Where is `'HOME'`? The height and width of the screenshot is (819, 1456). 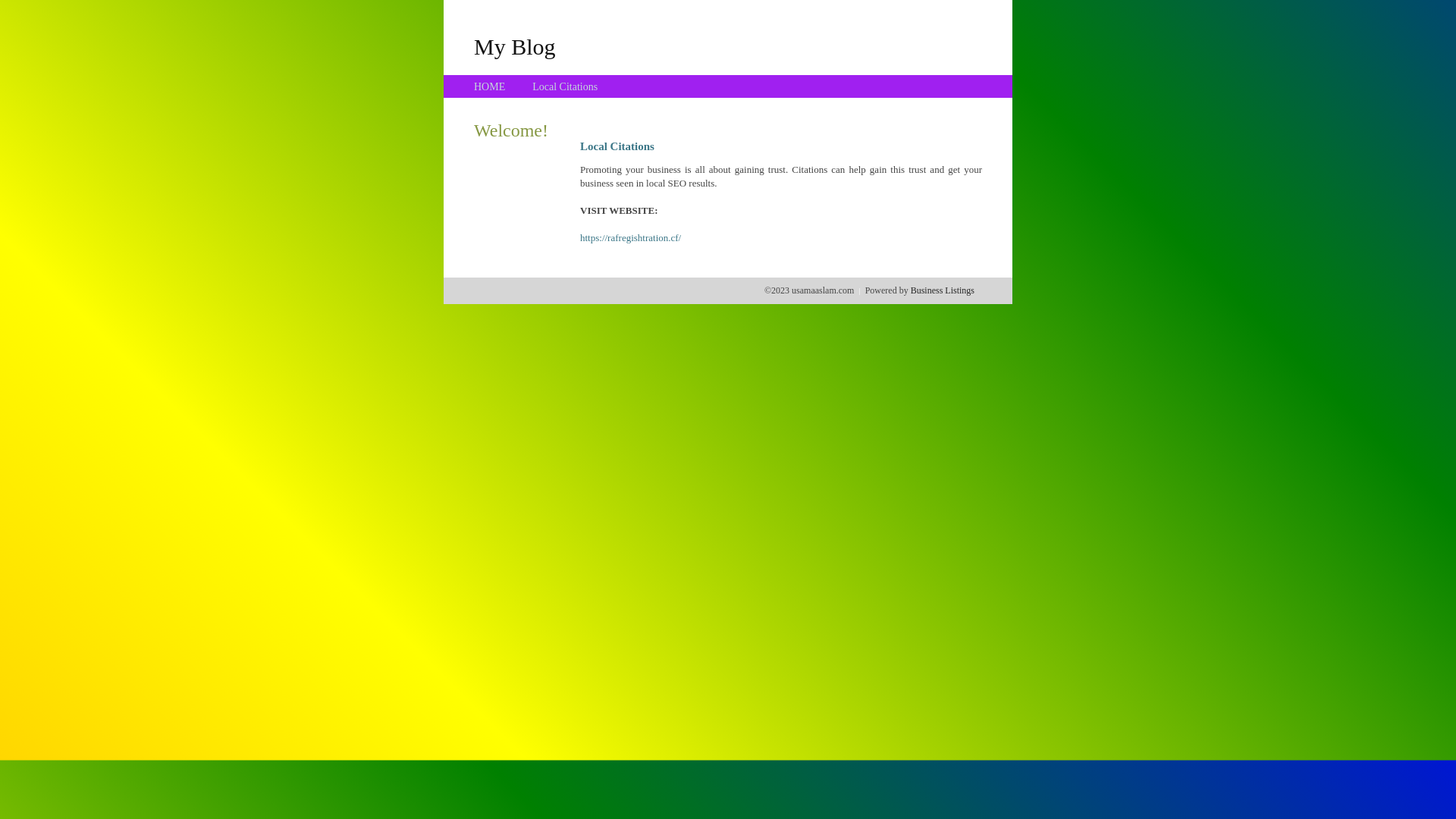
'HOME' is located at coordinates (489, 86).